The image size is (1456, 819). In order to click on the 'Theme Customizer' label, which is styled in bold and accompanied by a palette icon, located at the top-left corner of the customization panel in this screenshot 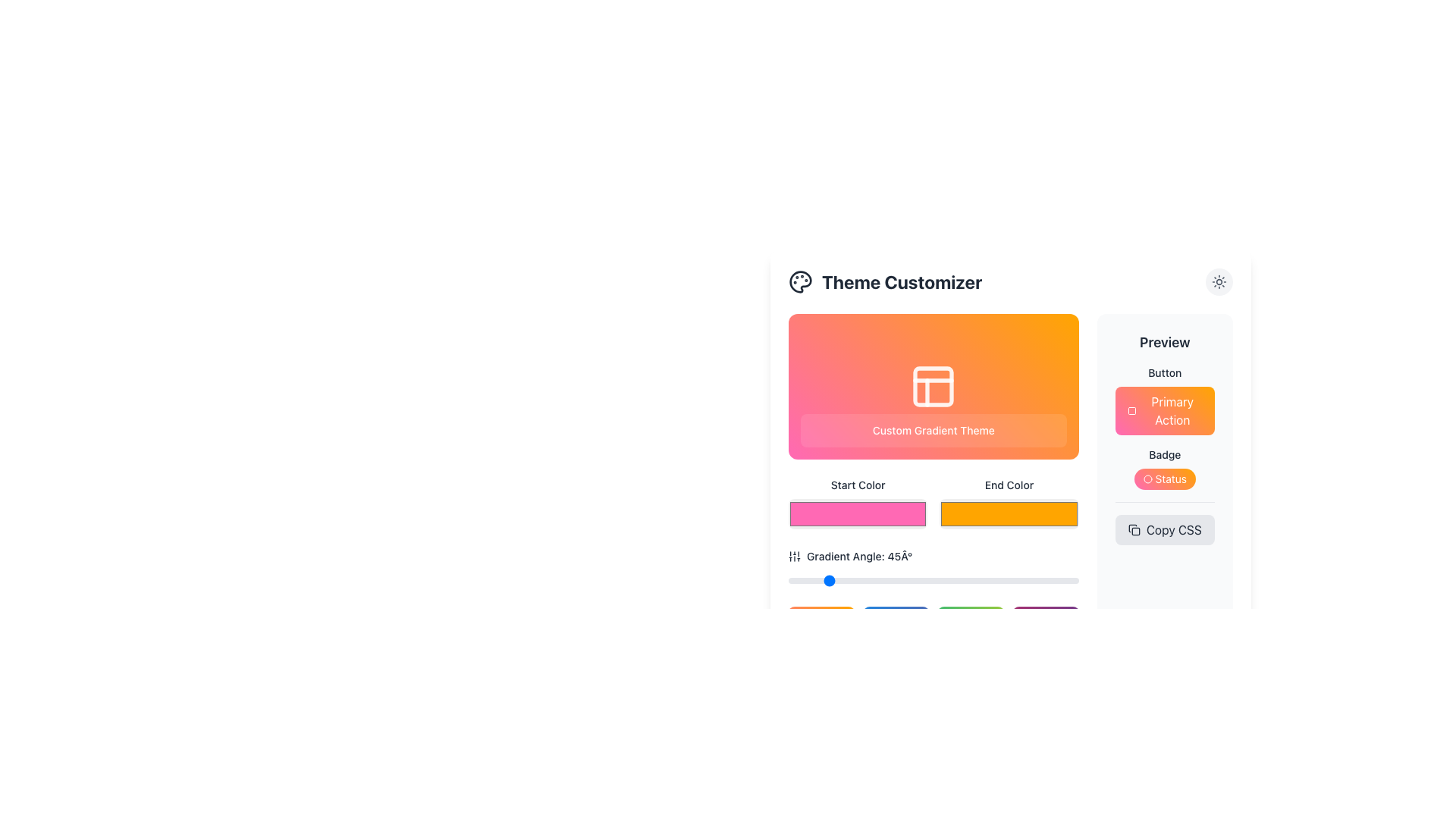, I will do `click(885, 281)`.